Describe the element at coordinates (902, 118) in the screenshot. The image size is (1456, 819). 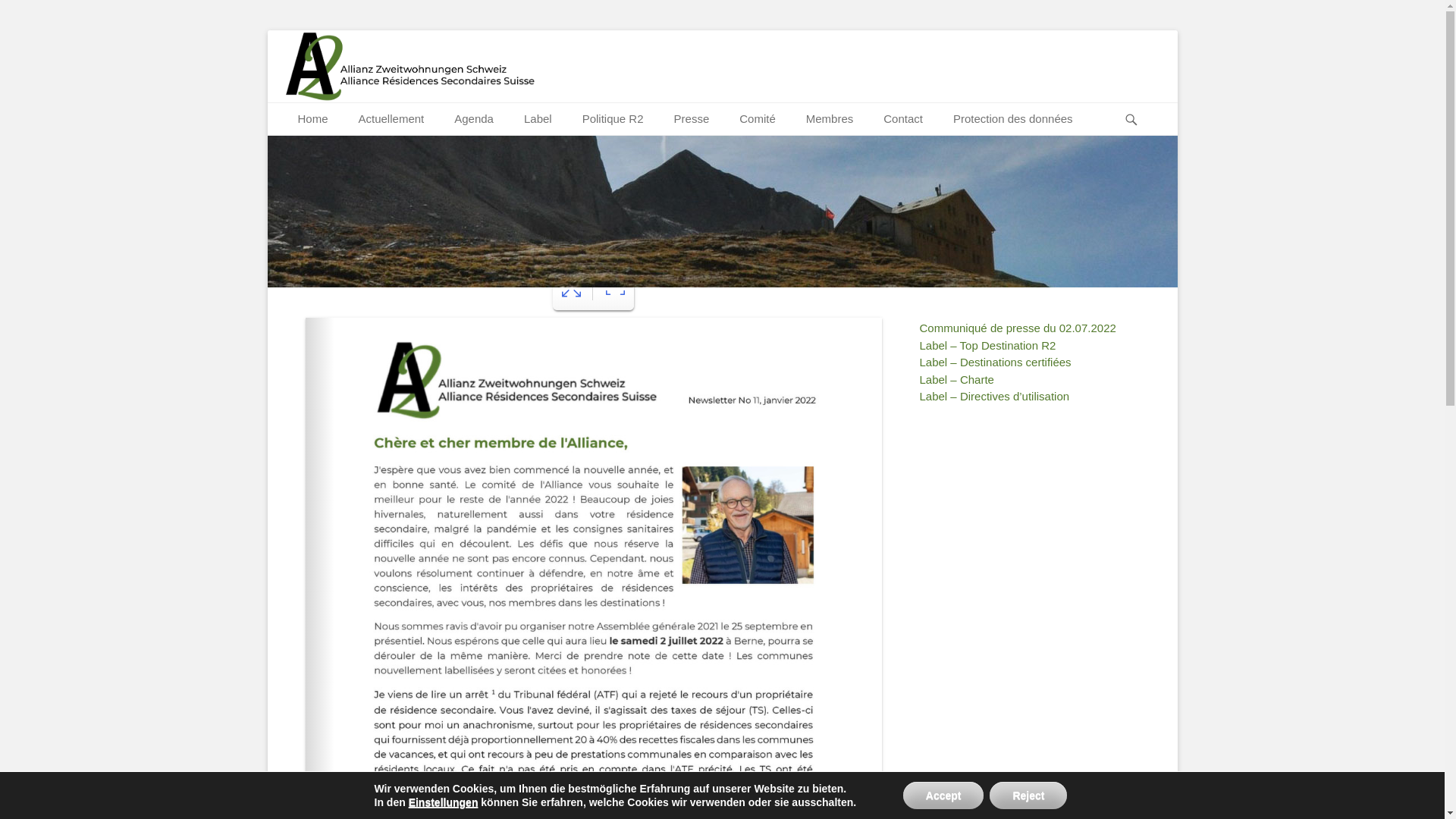
I see `'Contact'` at that location.